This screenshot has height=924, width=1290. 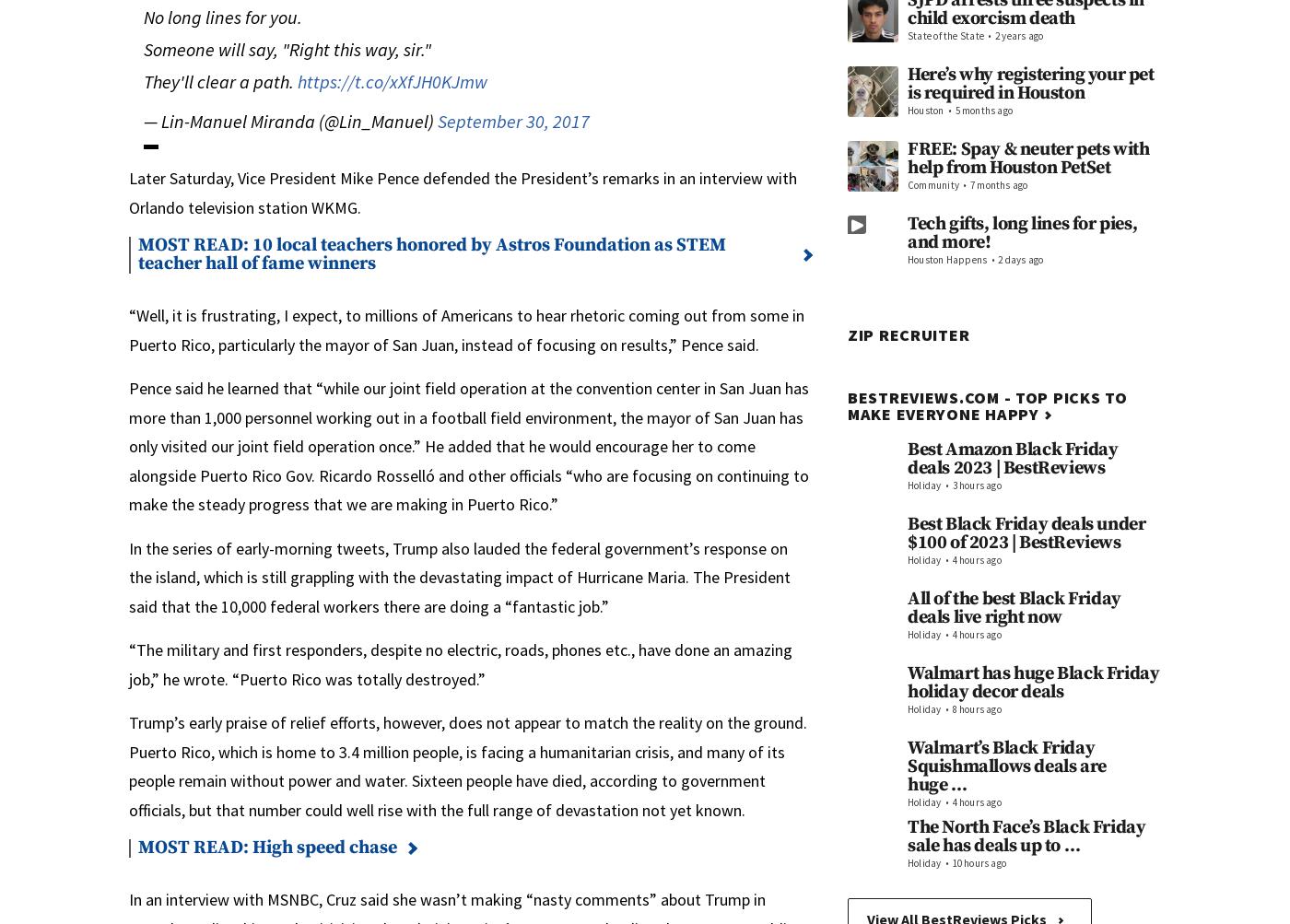 I want to click on '2 years ago', so click(x=993, y=36).